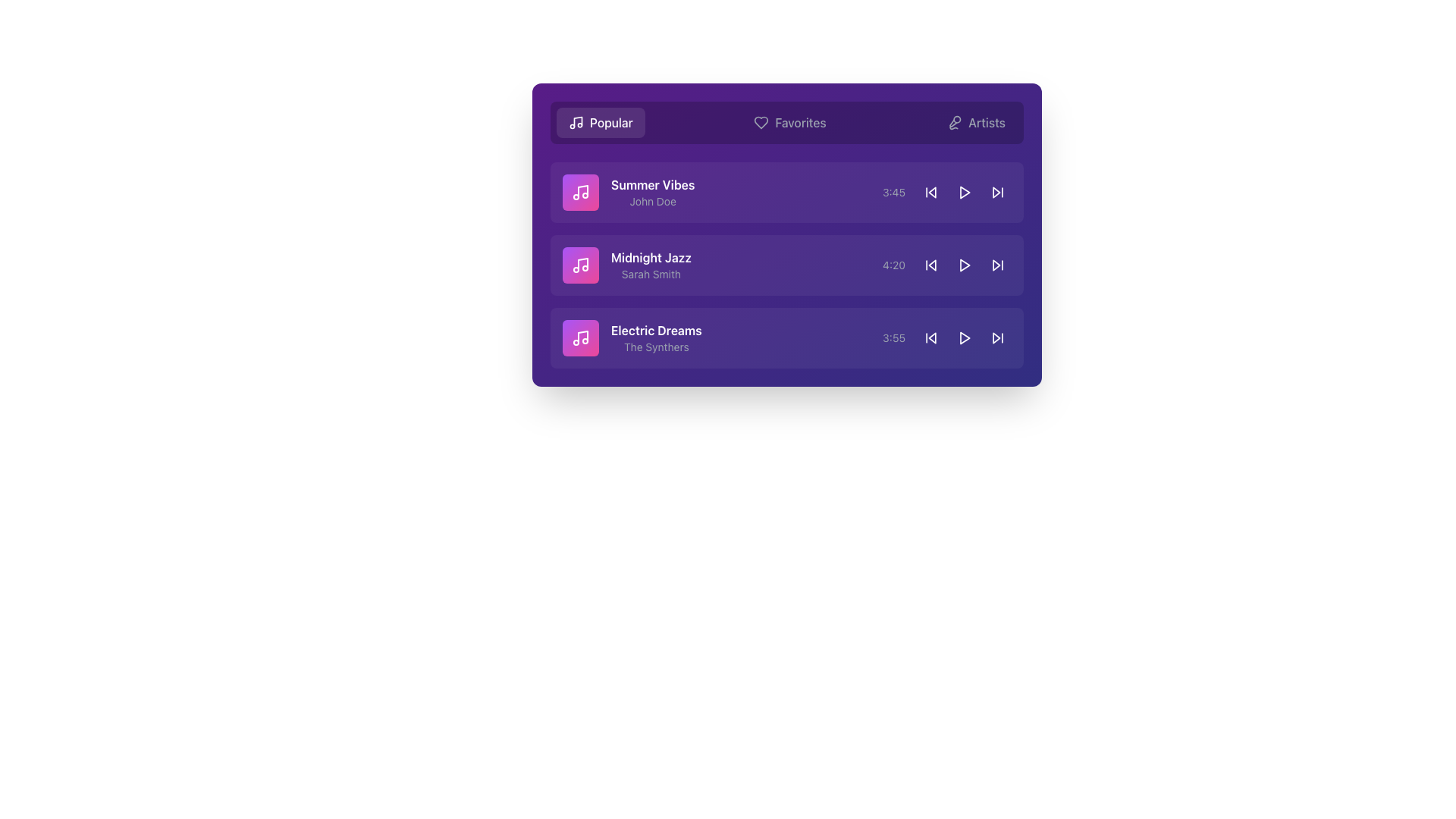  What do you see at coordinates (580, 192) in the screenshot?
I see `the musical note icon element located to the left of the 'Summer Vibes' and 'John Doe' text elements to initiate an action` at bounding box center [580, 192].